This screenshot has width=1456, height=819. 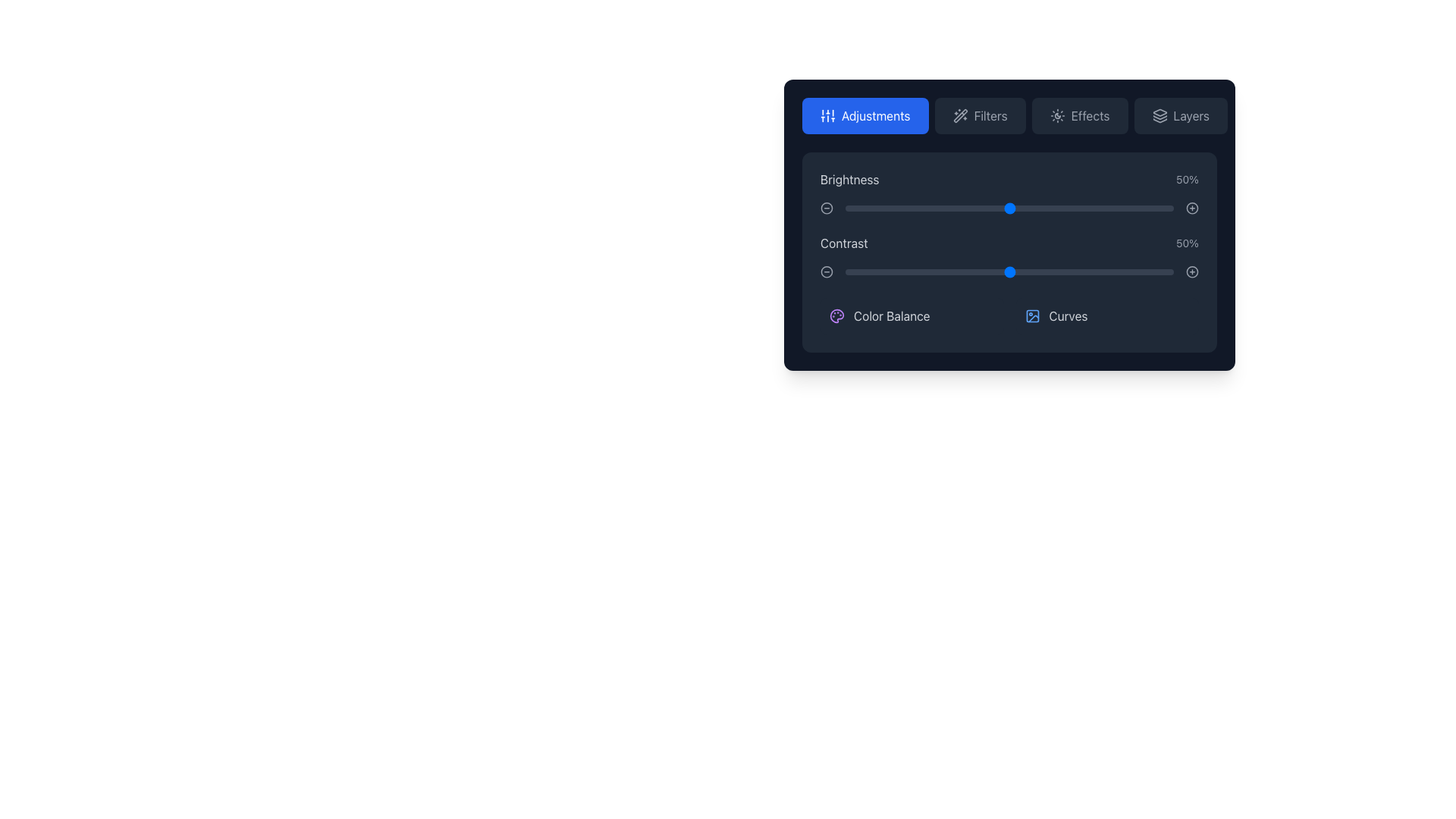 I want to click on the 'Color Balance' text label, which is styled in light gray and positioned to the right of a purple icon within a dark-themed box, so click(x=892, y=315).